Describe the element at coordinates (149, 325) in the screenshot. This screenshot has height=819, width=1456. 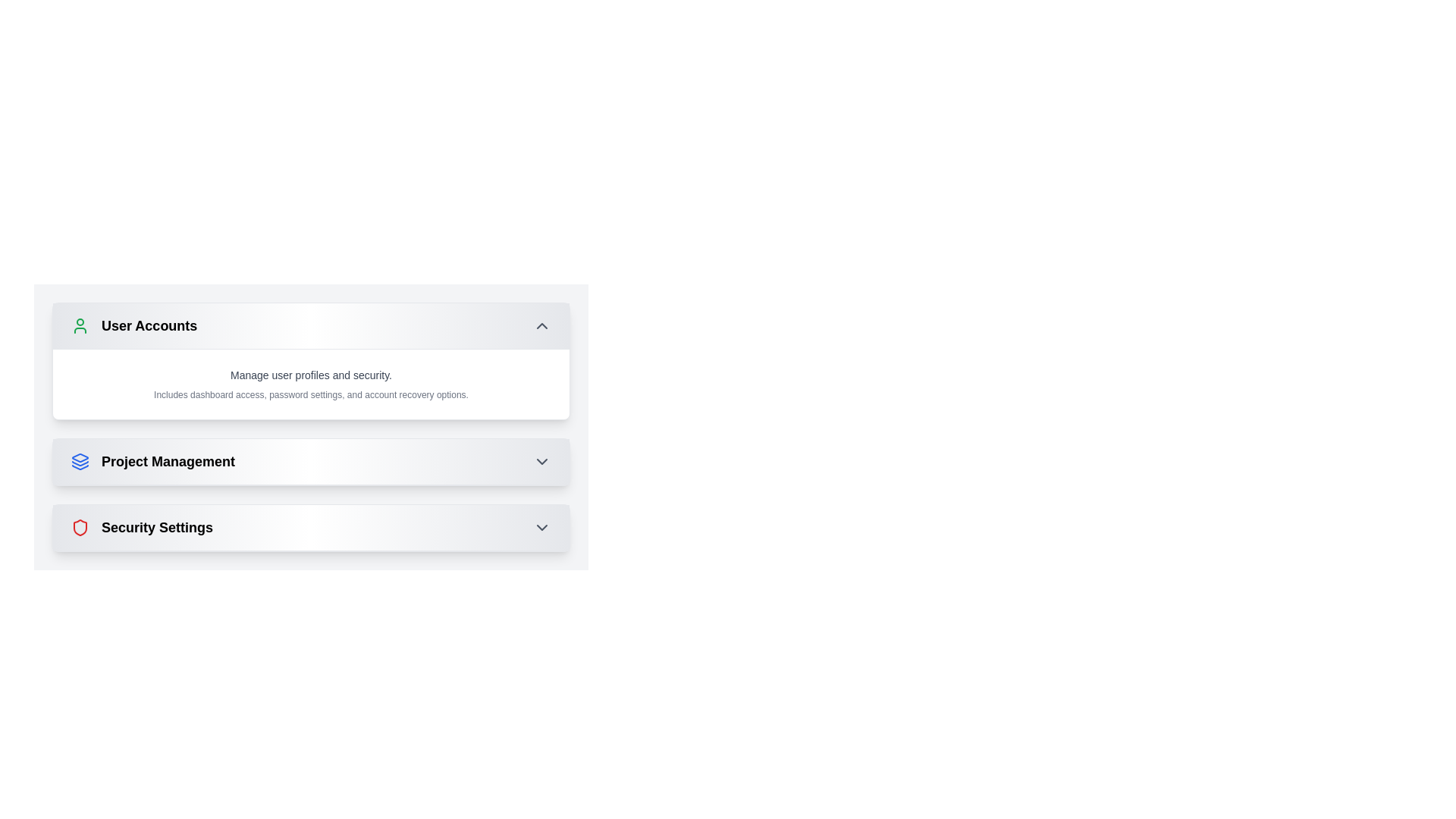
I see `the User Accounts heading text label located at the top of the section, which provides context to the adjacent icon` at that location.